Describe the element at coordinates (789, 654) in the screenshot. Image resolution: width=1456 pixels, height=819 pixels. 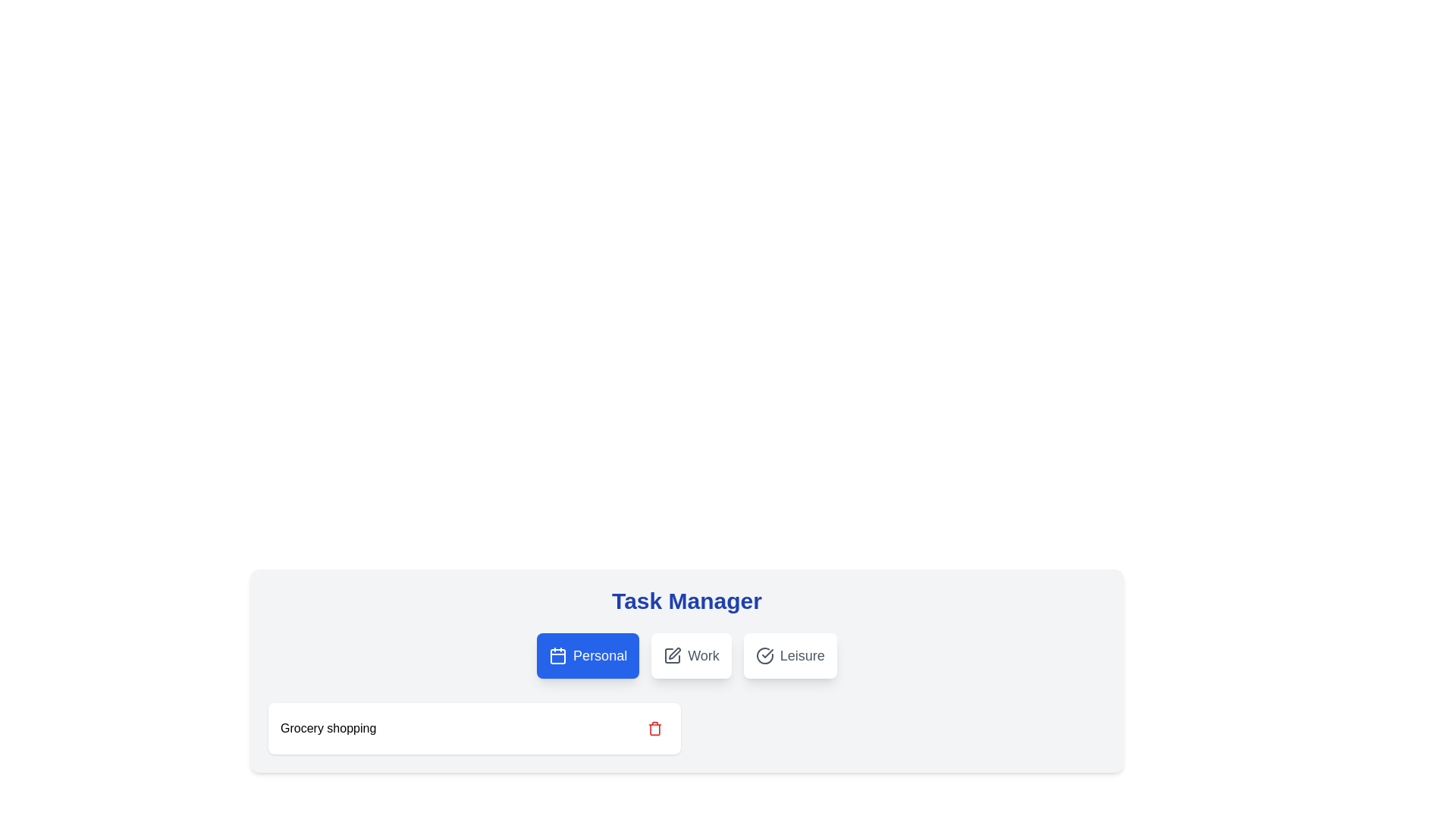
I see `the 'Leisure' button with a white background and gray text` at that location.